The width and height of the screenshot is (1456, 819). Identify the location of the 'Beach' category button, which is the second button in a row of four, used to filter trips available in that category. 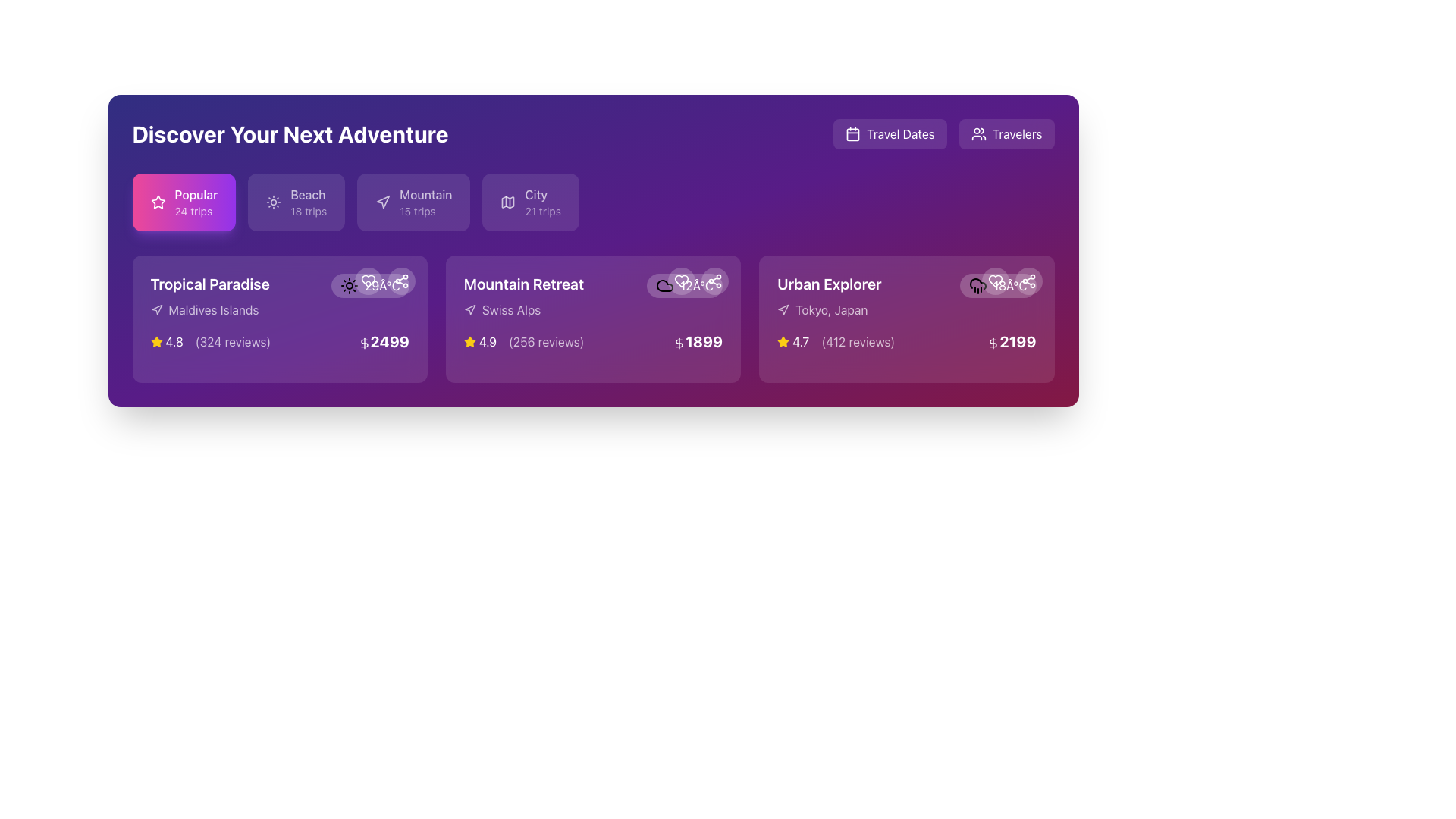
(308, 201).